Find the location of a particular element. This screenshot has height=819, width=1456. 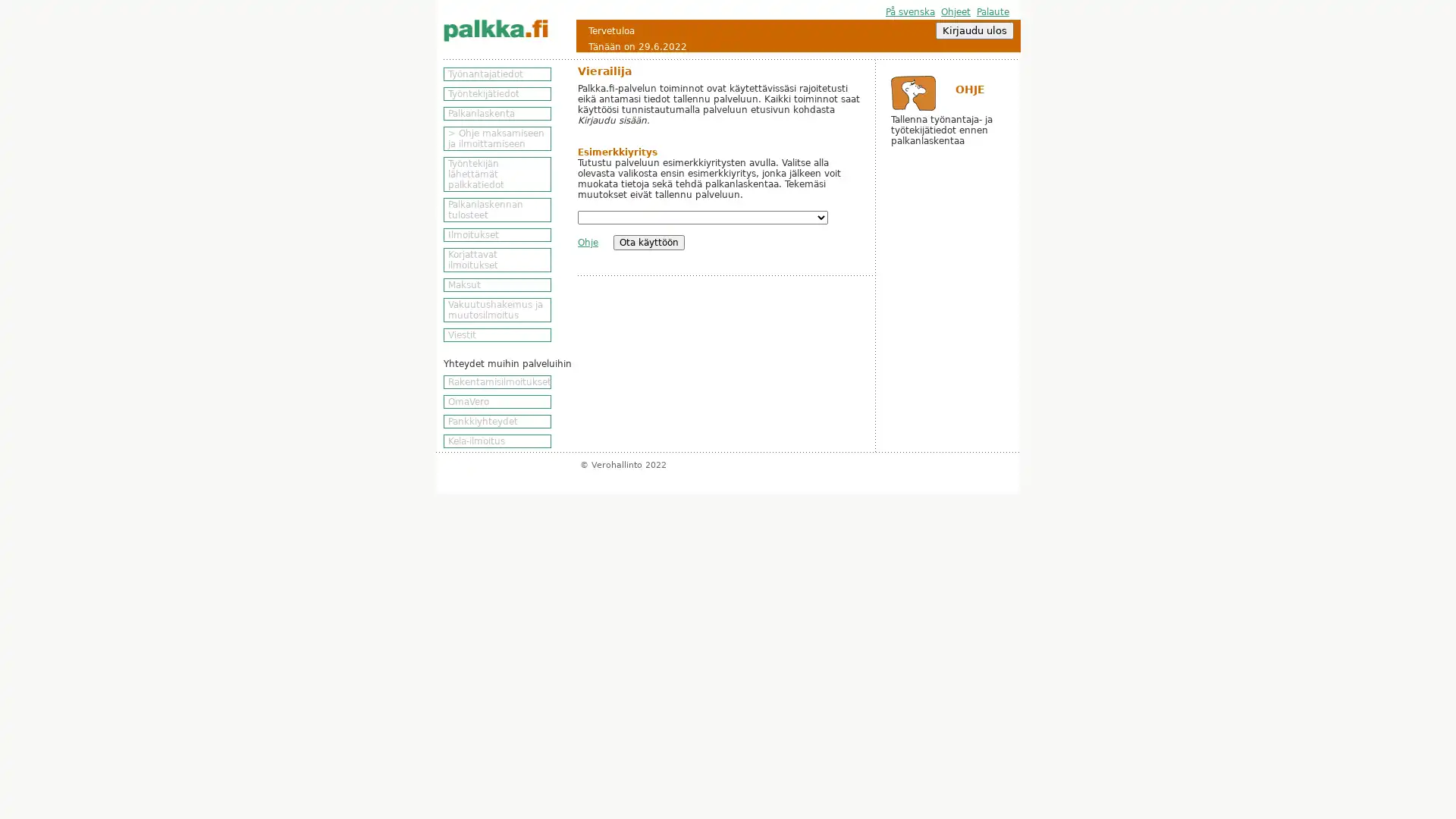

Kirjaudu ulos is located at coordinates (974, 30).